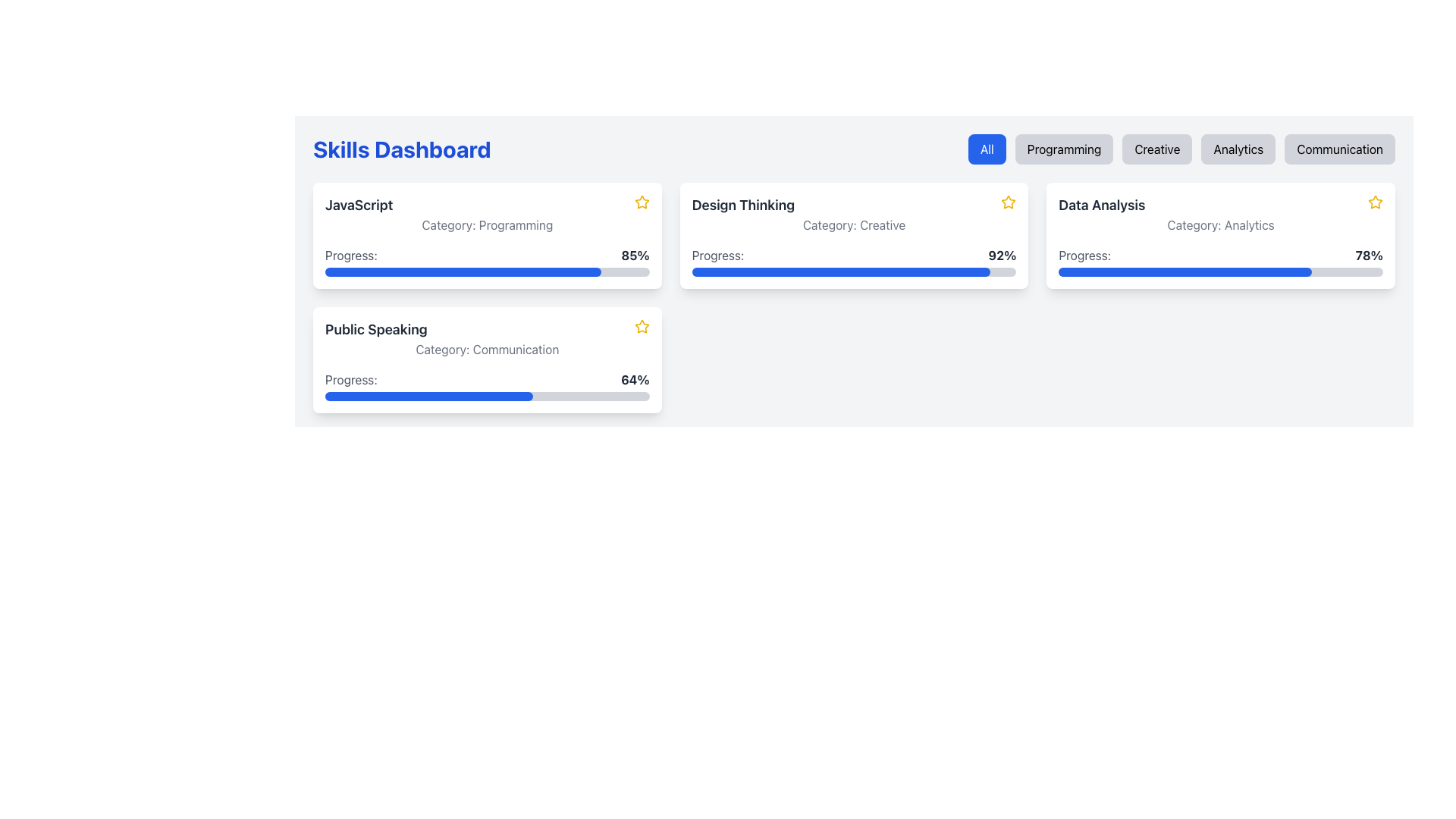  I want to click on the filled portion of the Progress bar located under the 'Progress:' text in the 'JavaScript' skill card, which is styled with a blue background and rounded edges, so click(462, 271).